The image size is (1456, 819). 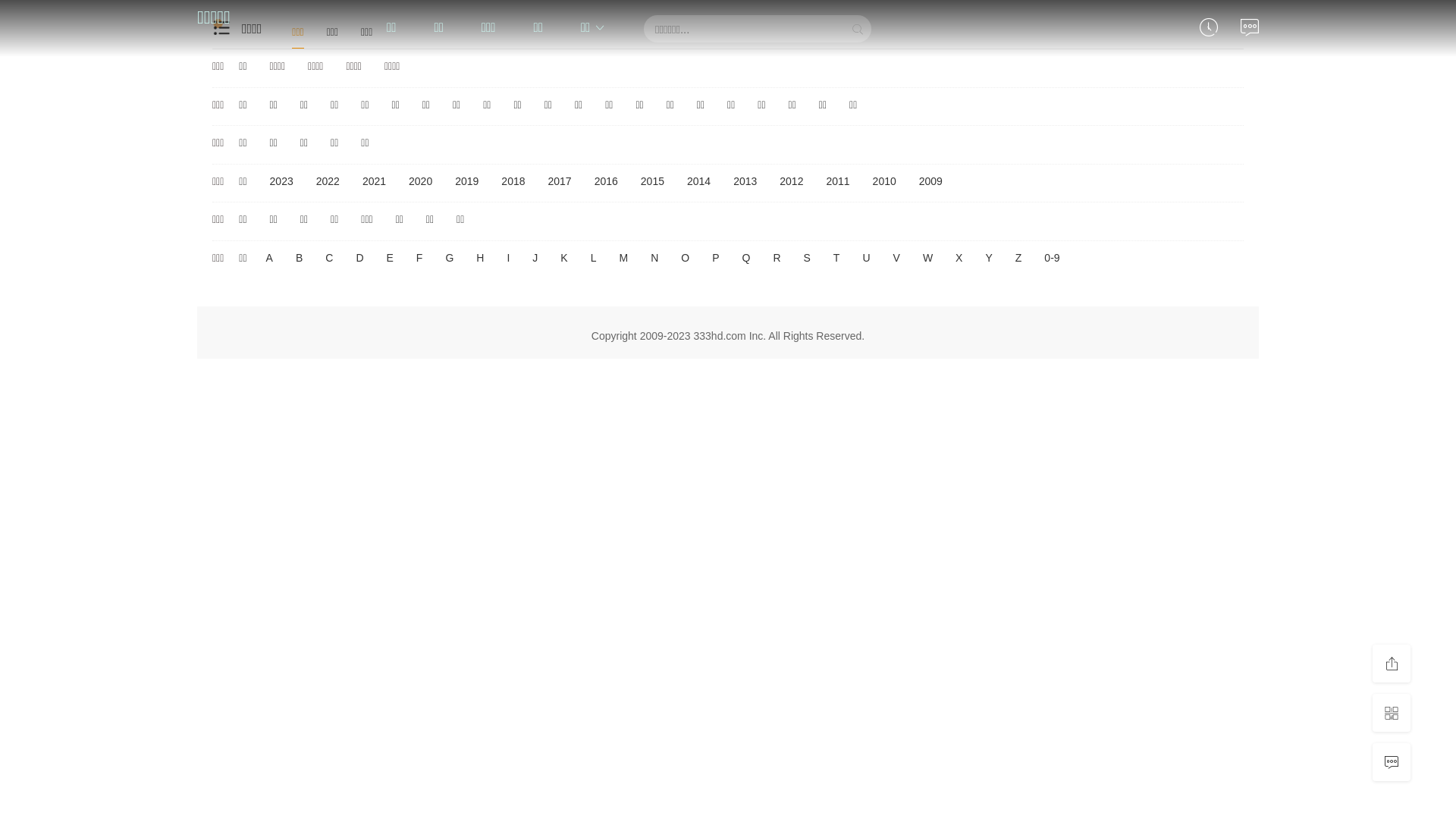 I want to click on '2014', so click(x=698, y=180).